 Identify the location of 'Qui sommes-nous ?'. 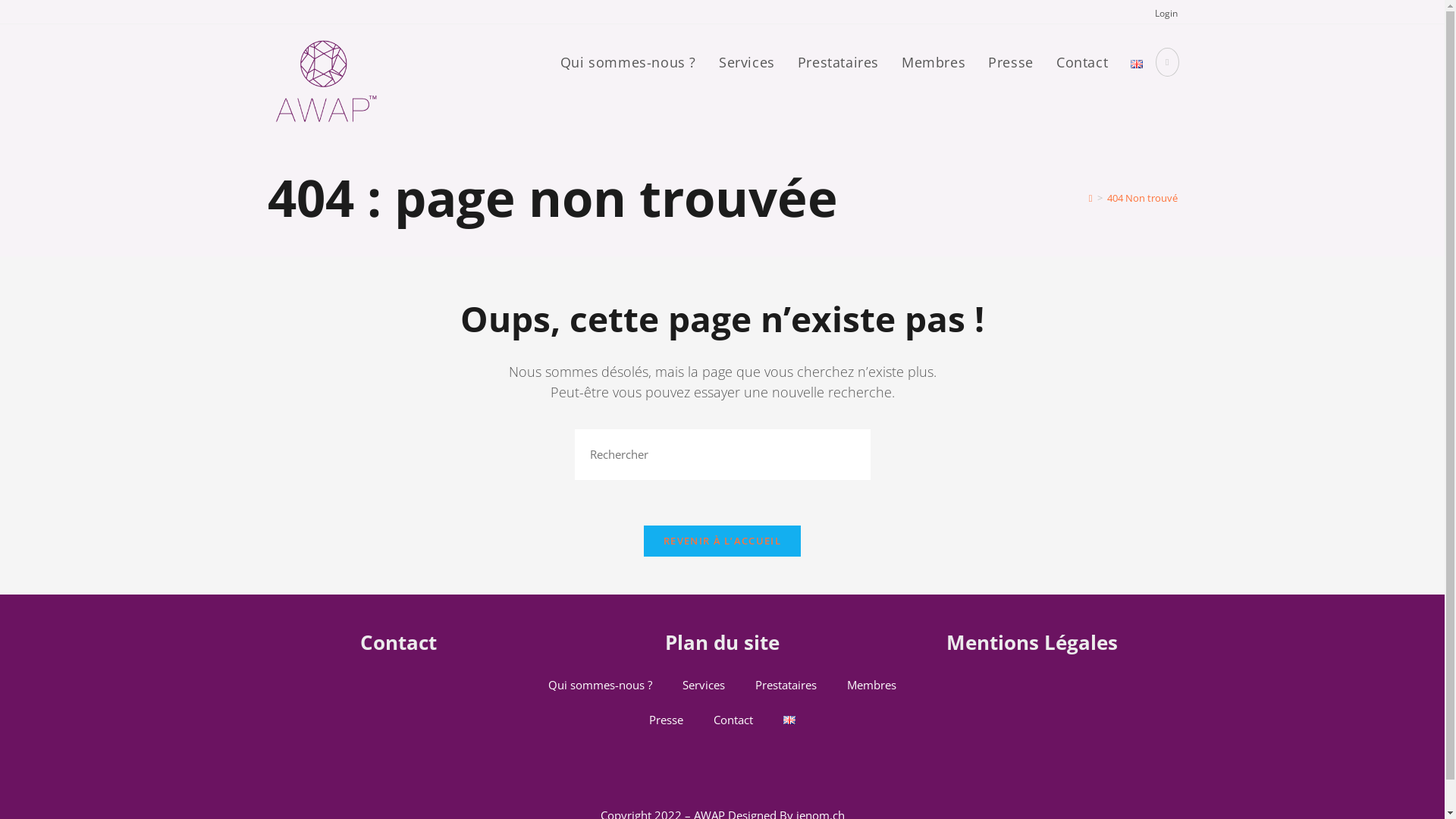
(628, 62).